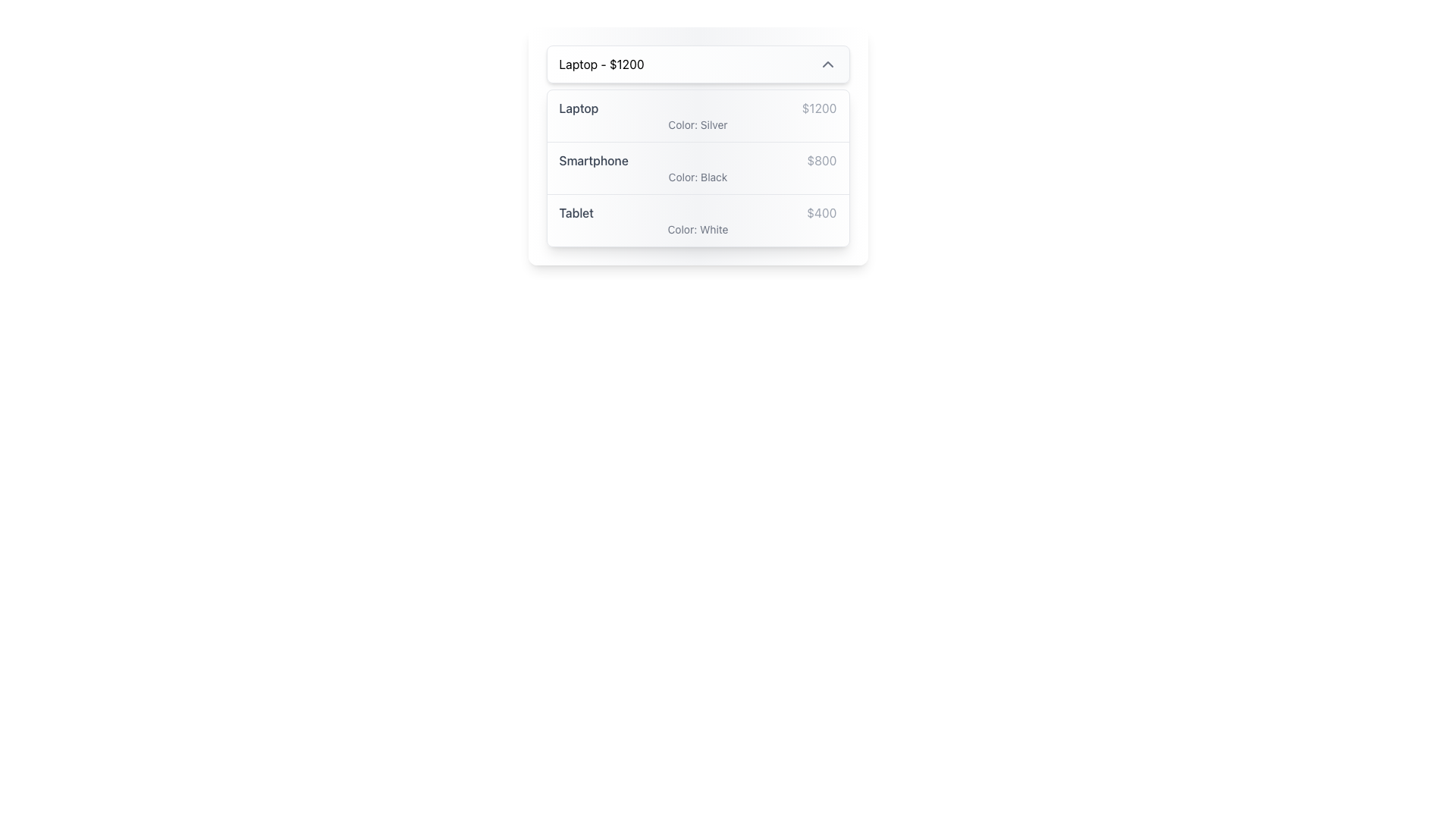  What do you see at coordinates (697, 230) in the screenshot?
I see `text displayed in the label that shows 'Color: White', which is positioned below the price and description of the 'Tablet' item` at bounding box center [697, 230].